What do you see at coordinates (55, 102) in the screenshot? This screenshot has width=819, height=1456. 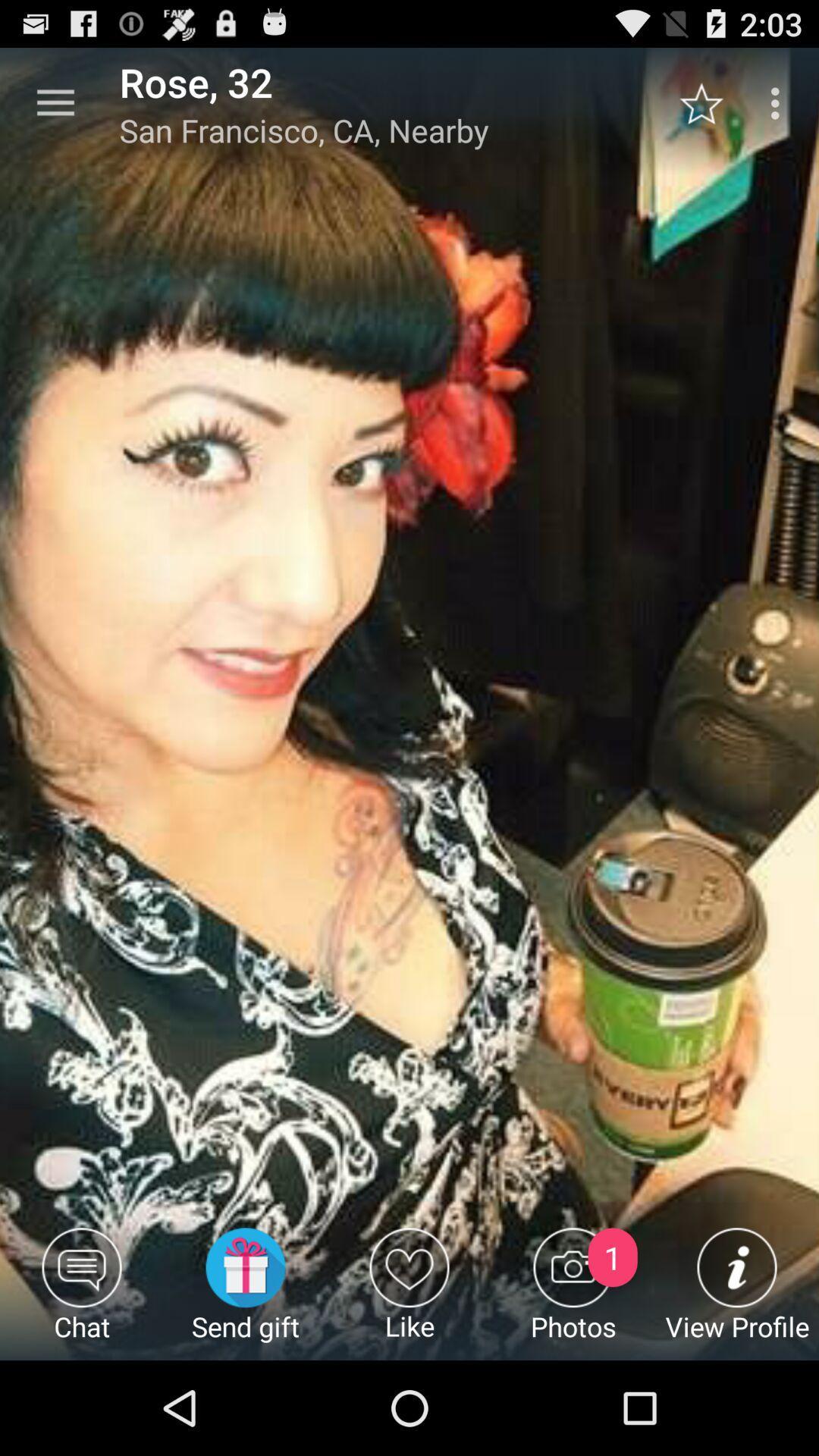 I see `item above chat` at bounding box center [55, 102].